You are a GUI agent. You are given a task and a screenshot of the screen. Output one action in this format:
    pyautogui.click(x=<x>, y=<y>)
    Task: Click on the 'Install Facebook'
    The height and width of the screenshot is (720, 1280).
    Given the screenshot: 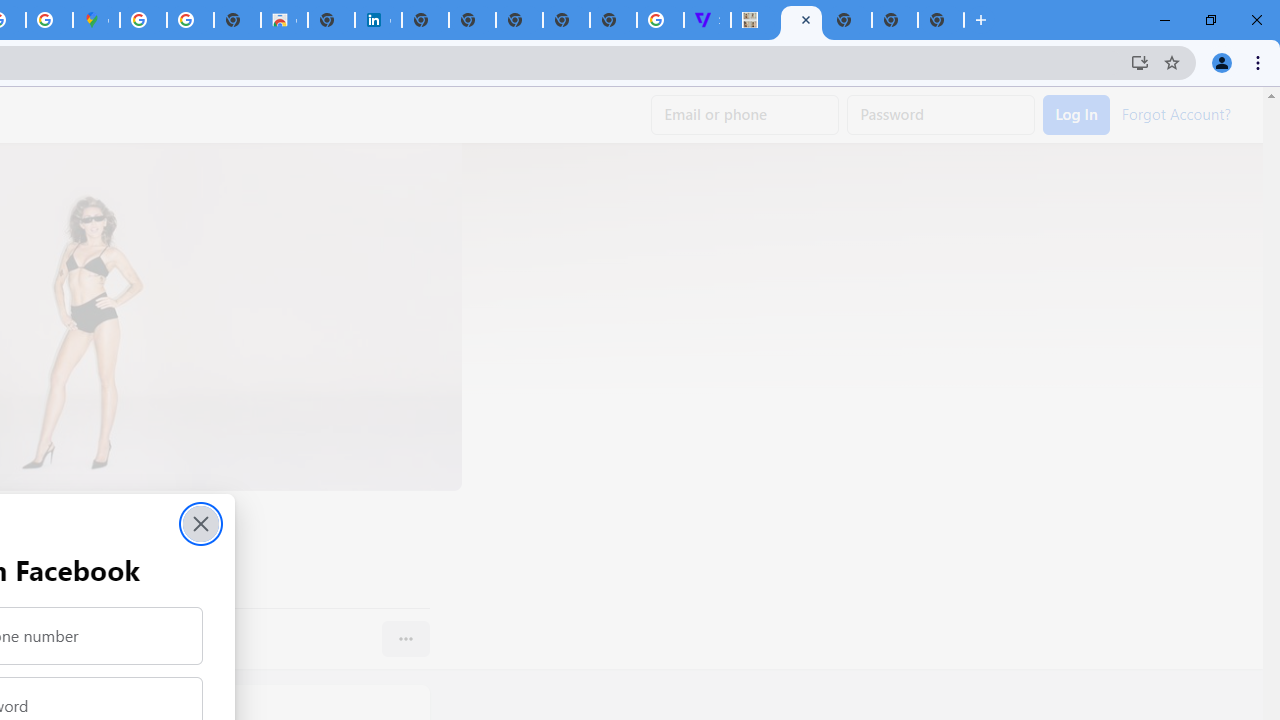 What is the action you would take?
    pyautogui.click(x=1139, y=61)
    